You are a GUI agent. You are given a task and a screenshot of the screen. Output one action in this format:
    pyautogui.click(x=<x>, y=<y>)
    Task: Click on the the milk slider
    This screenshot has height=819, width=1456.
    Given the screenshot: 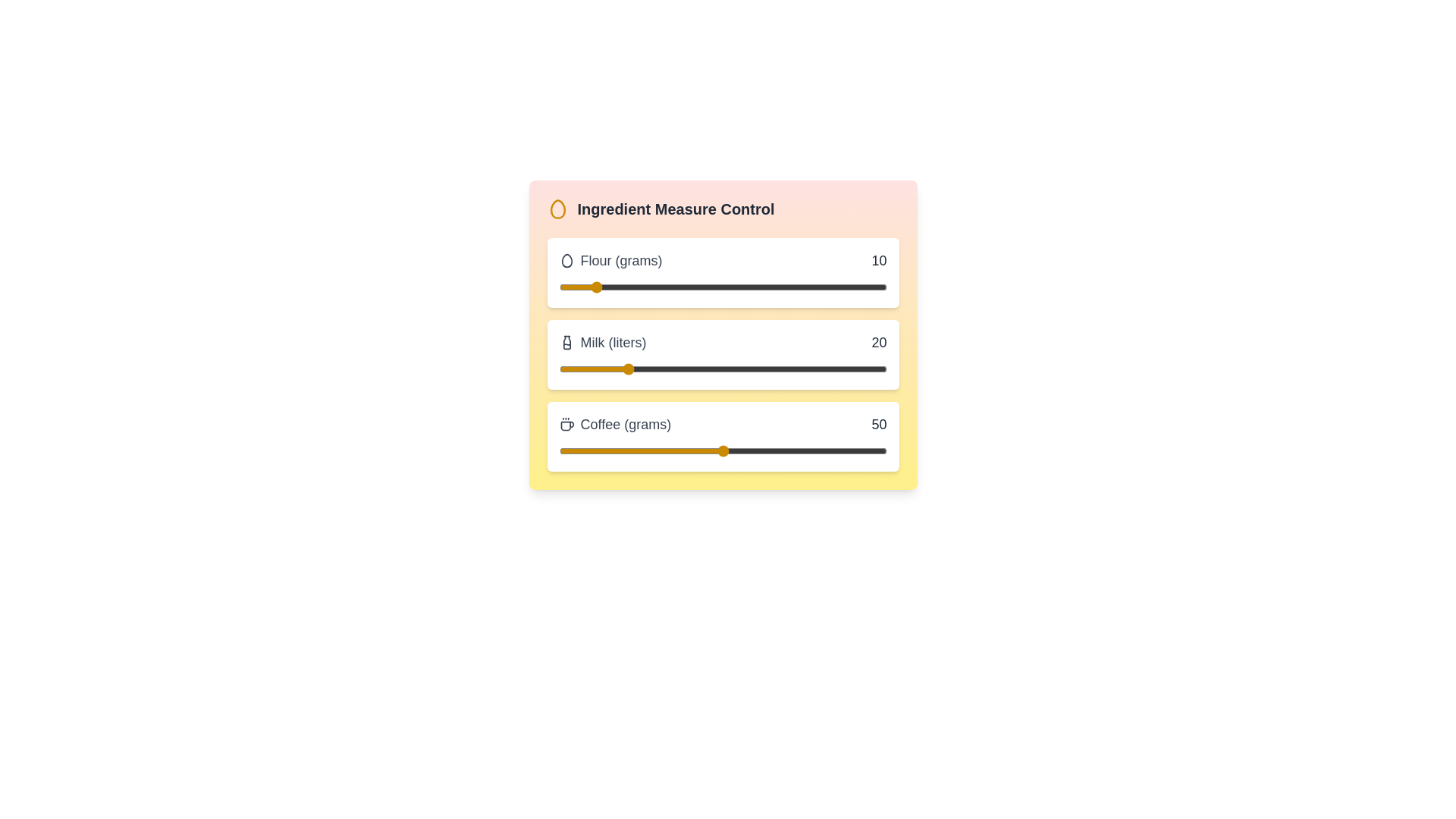 What is the action you would take?
    pyautogui.click(x=762, y=369)
    